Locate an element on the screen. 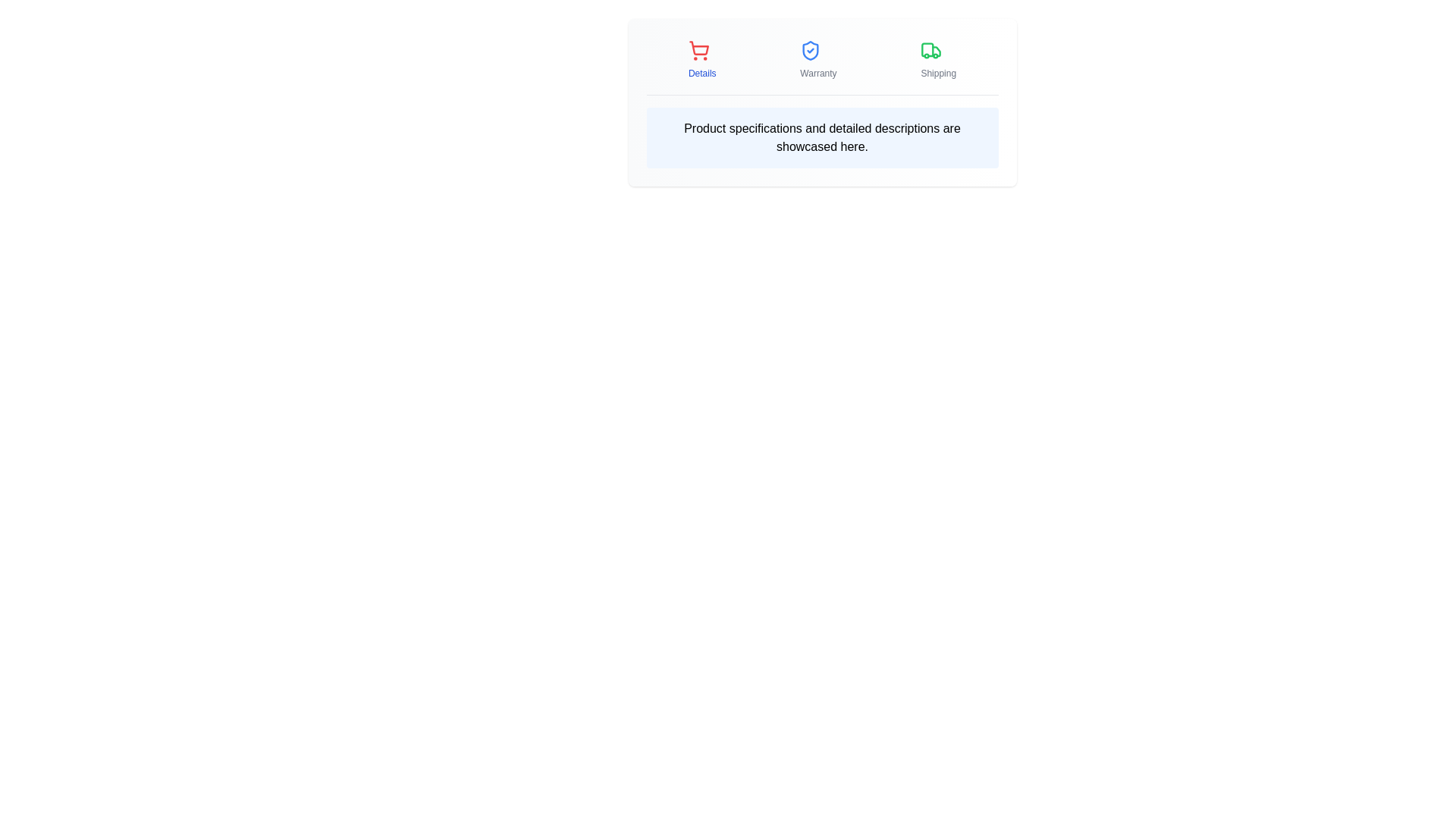 This screenshot has width=1456, height=819. the Details tab is located at coordinates (701, 58).